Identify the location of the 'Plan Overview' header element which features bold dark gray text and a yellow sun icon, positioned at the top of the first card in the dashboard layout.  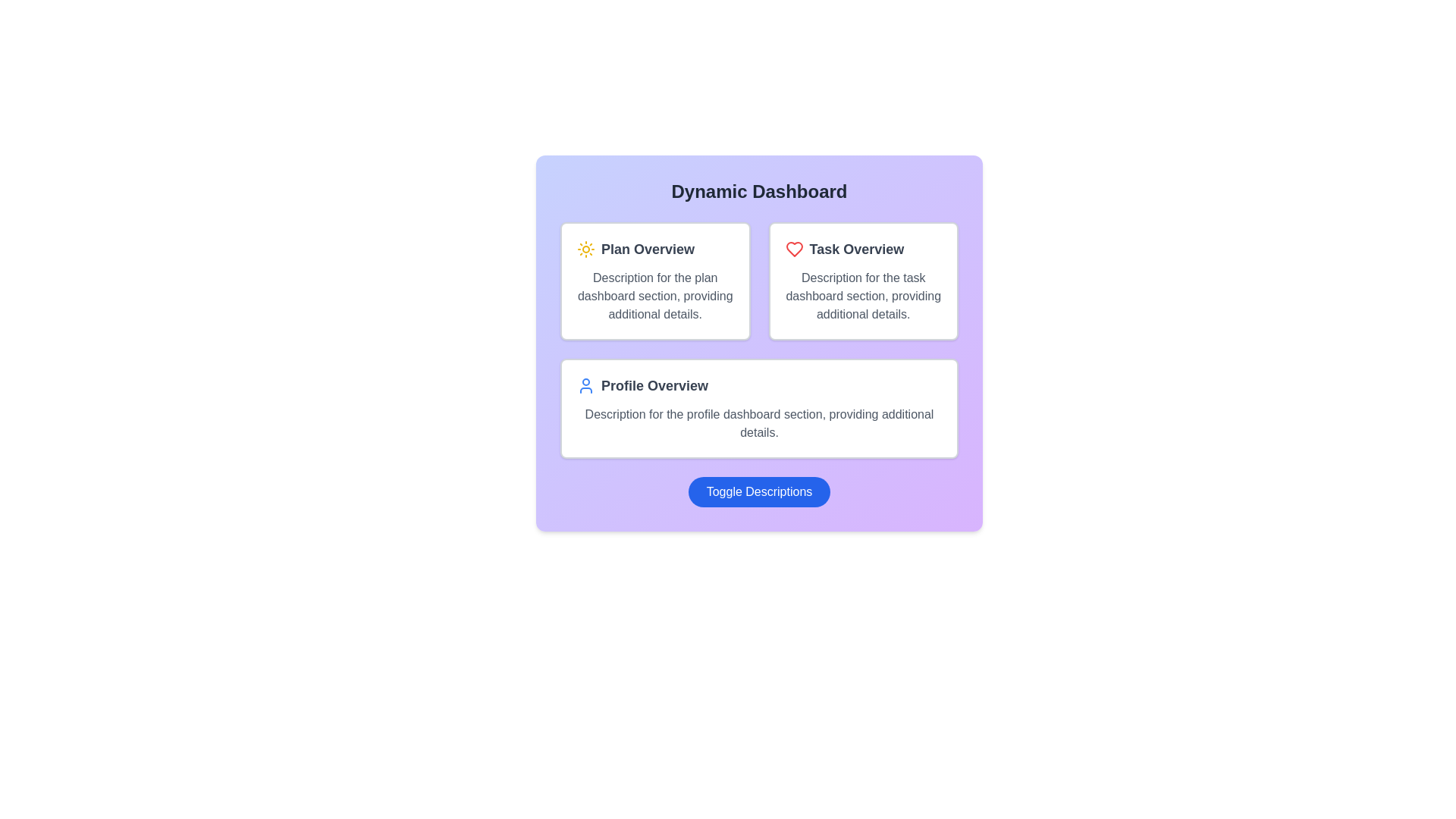
(655, 248).